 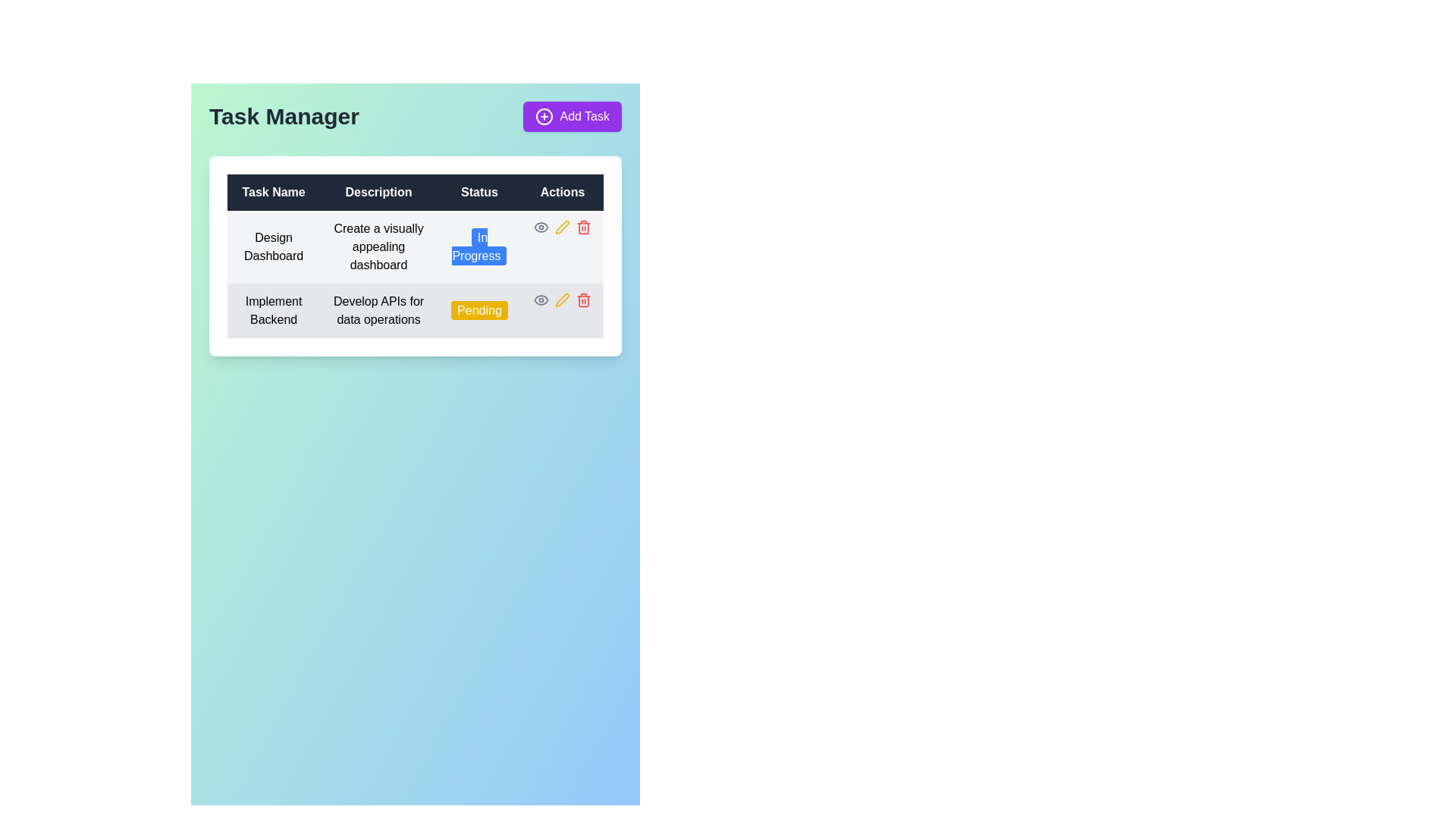 What do you see at coordinates (378, 309) in the screenshot?
I see `the text label that displays 'Develop APIs for data operations' in the 'Description' column of the task table, specifically in the second row corresponding to the task 'Implement Backend'` at bounding box center [378, 309].